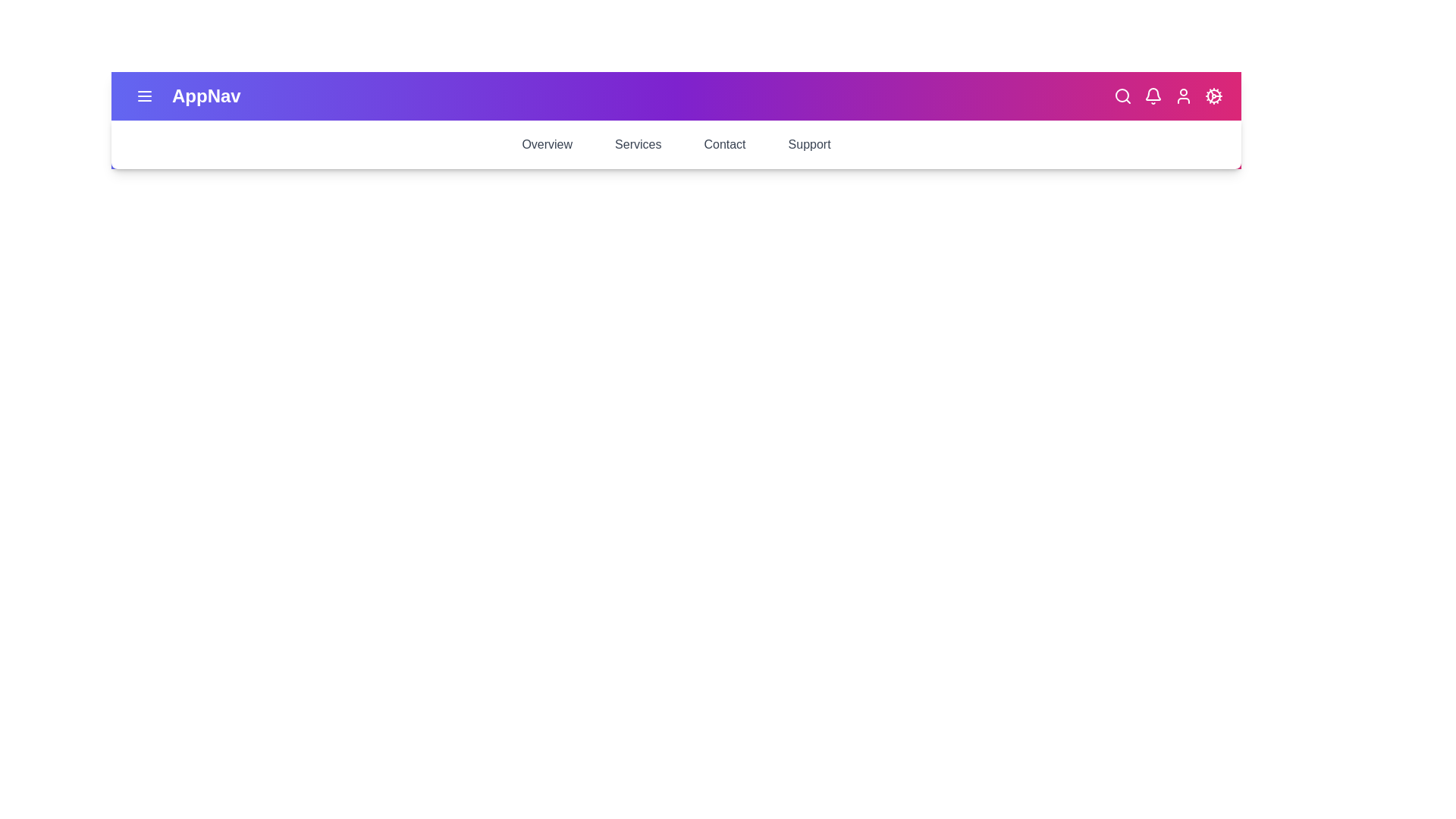 The width and height of the screenshot is (1456, 819). Describe the element at coordinates (637, 145) in the screenshot. I see `the 'Services' menu item to navigate to the services section` at that location.